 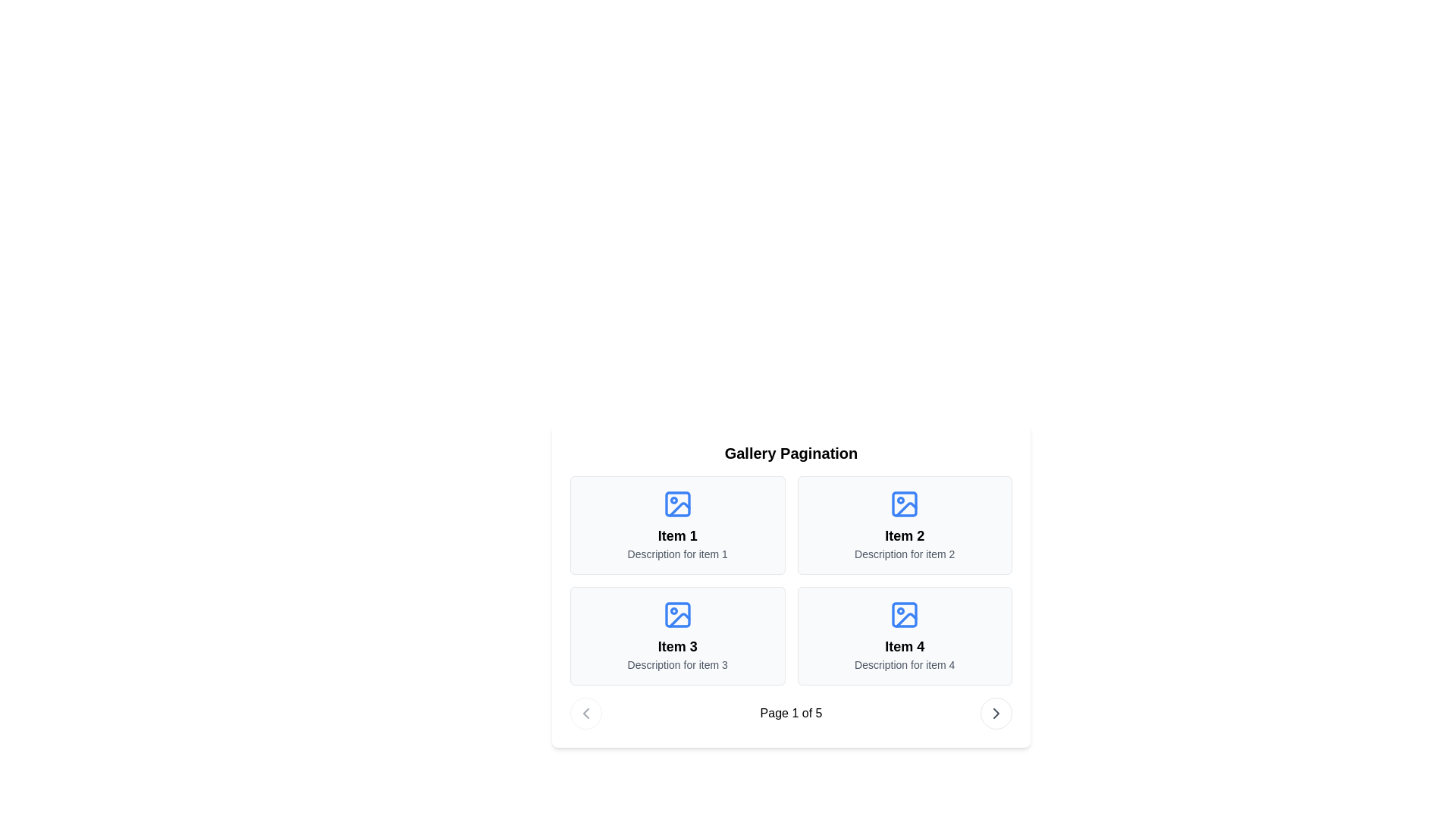 What do you see at coordinates (585, 714) in the screenshot?
I see `the left-pointing chevron button with a gray border and white background located at the bottom-left corner of the gallery pagination section` at bounding box center [585, 714].